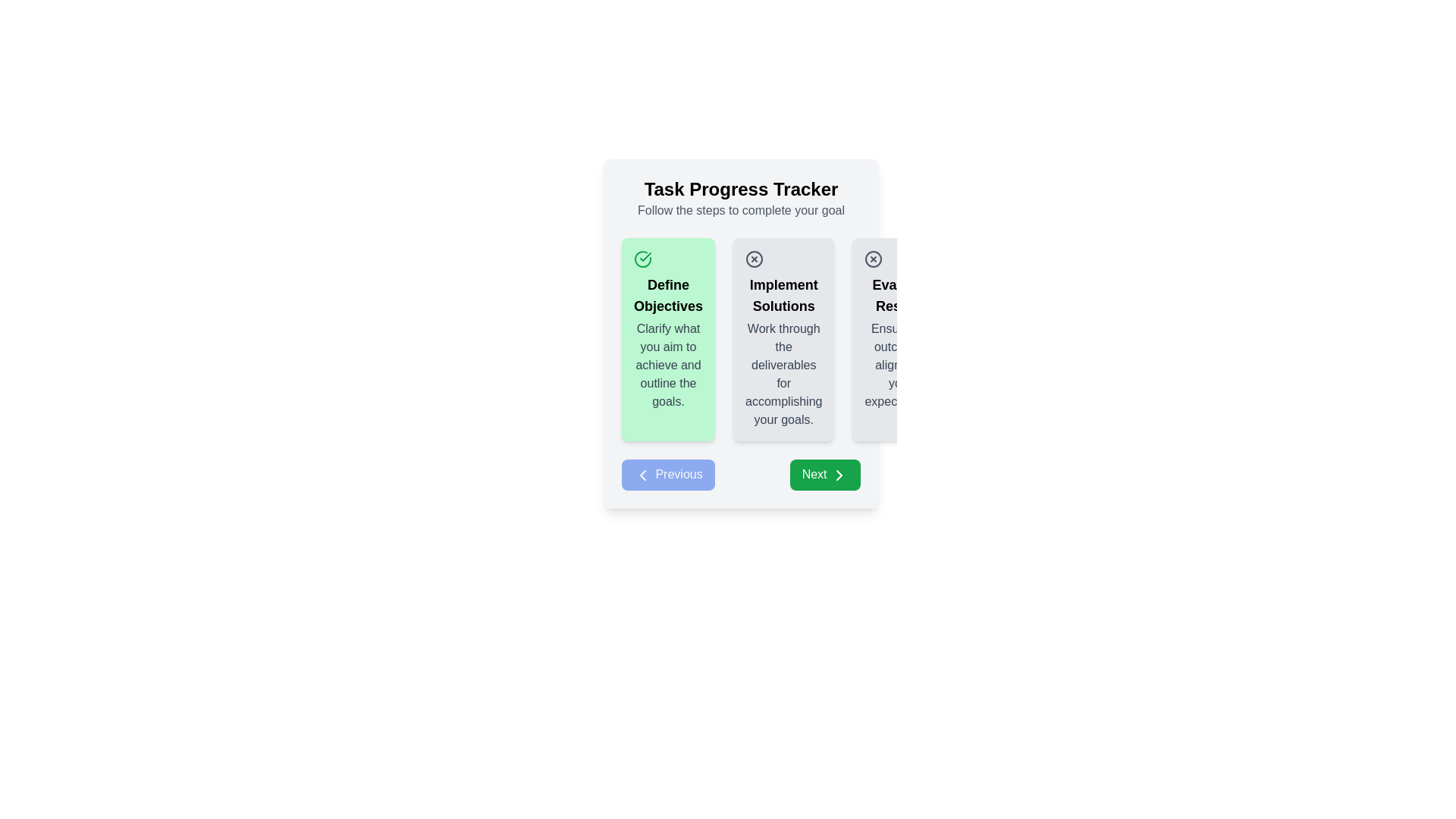 Image resolution: width=1456 pixels, height=819 pixels. What do you see at coordinates (755, 259) in the screenshot?
I see `the error or cancel indicator icon located in the middle of the second card under the 'Implement Solutions' section of the progress tracker` at bounding box center [755, 259].